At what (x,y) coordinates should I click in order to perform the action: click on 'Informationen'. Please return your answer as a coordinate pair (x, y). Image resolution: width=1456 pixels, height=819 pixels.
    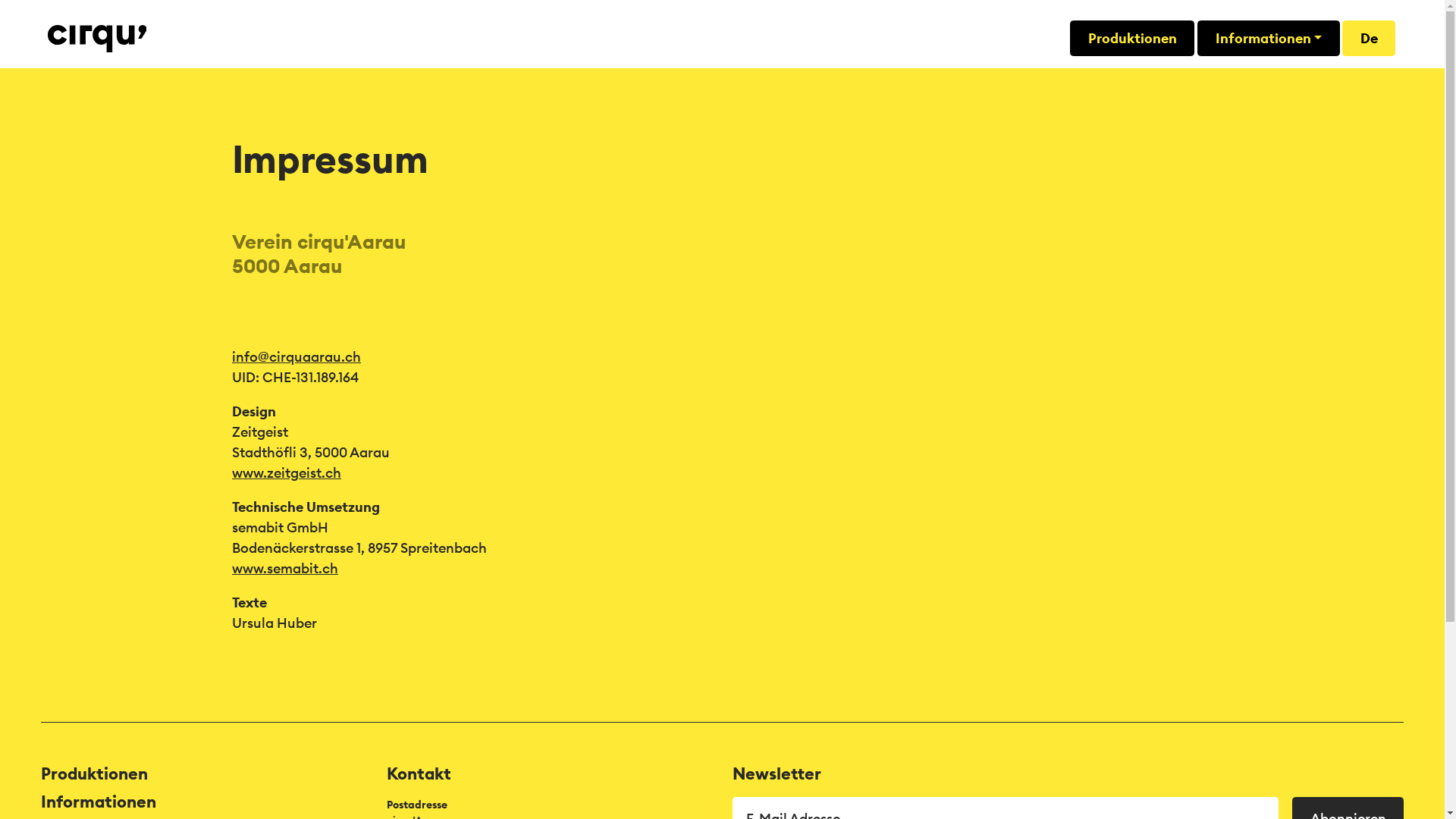
    Looking at the image, I should click on (1269, 37).